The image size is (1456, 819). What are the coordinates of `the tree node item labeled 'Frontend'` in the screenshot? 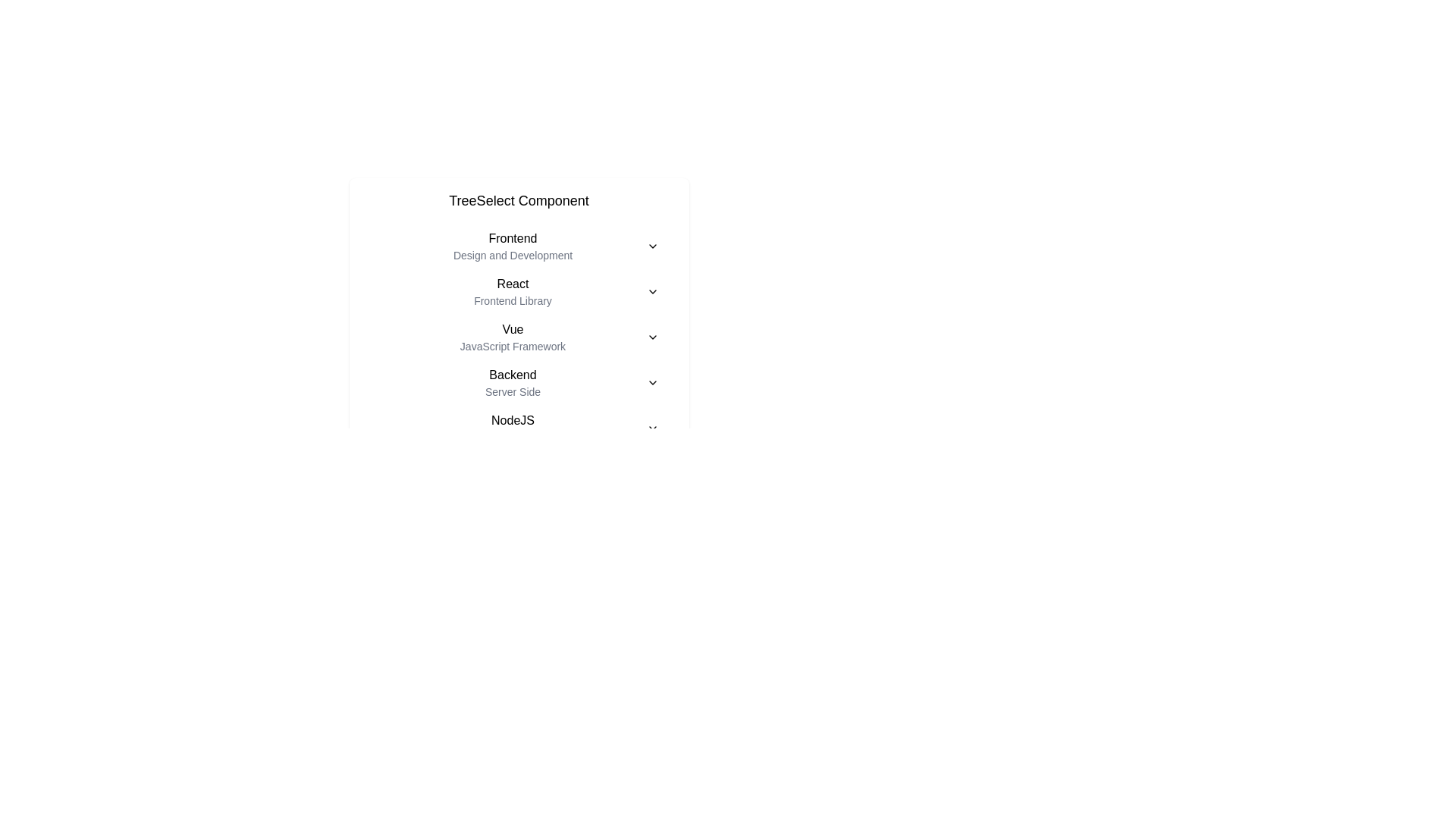 It's located at (513, 245).